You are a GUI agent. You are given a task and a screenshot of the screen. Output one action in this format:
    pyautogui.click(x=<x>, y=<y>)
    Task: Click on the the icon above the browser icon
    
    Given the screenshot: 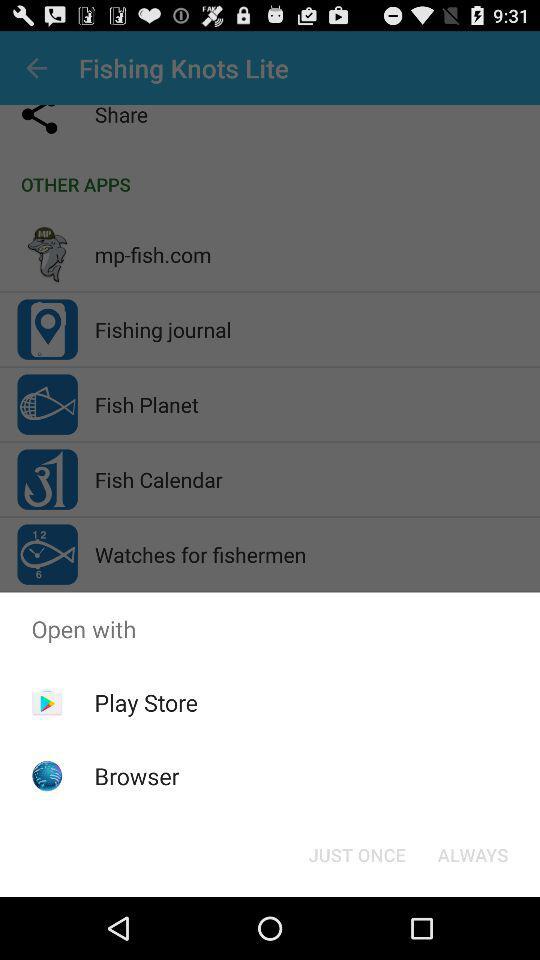 What is the action you would take?
    pyautogui.click(x=145, y=702)
    